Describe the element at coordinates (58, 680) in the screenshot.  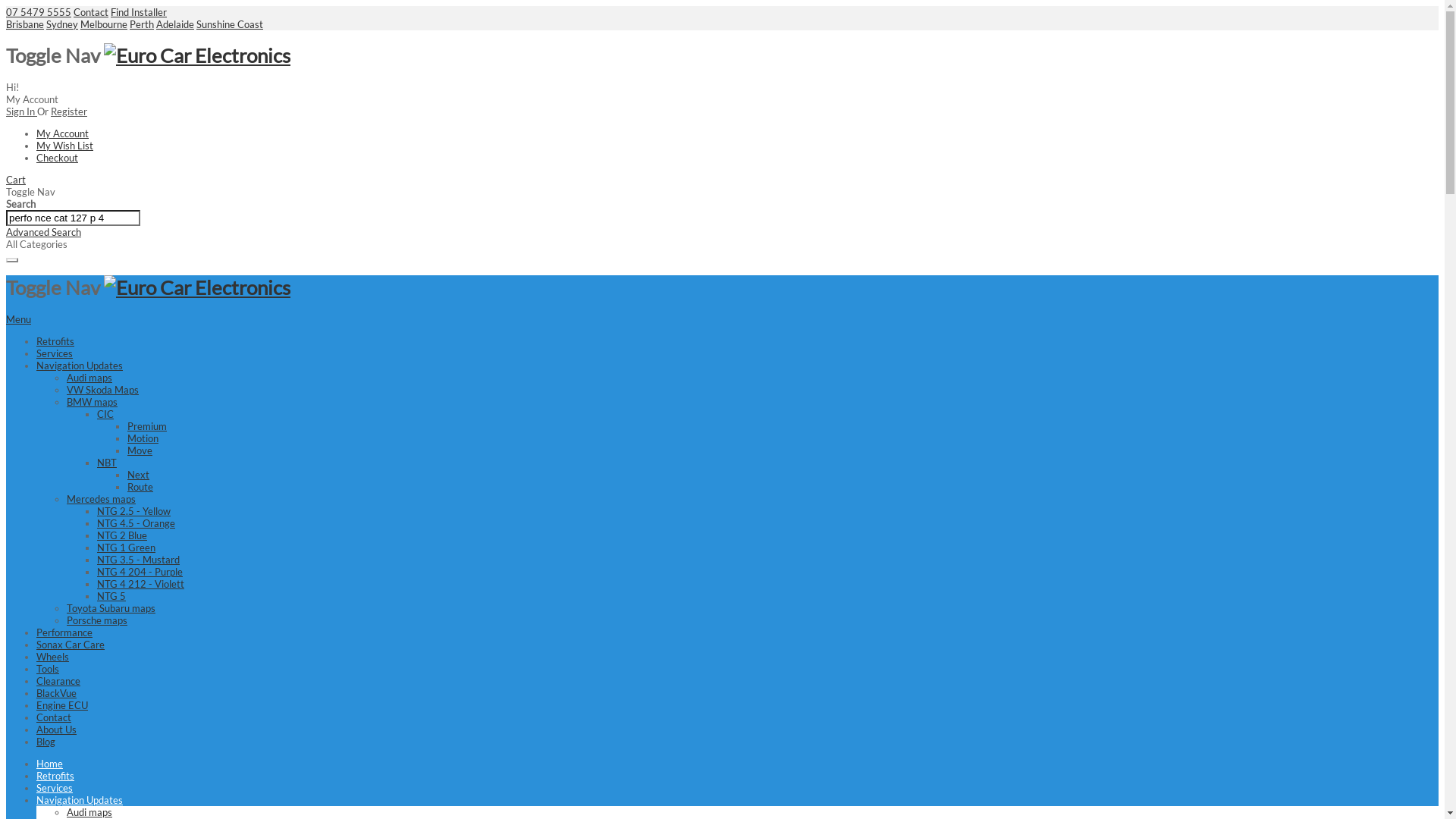
I see `'Clearance'` at that location.